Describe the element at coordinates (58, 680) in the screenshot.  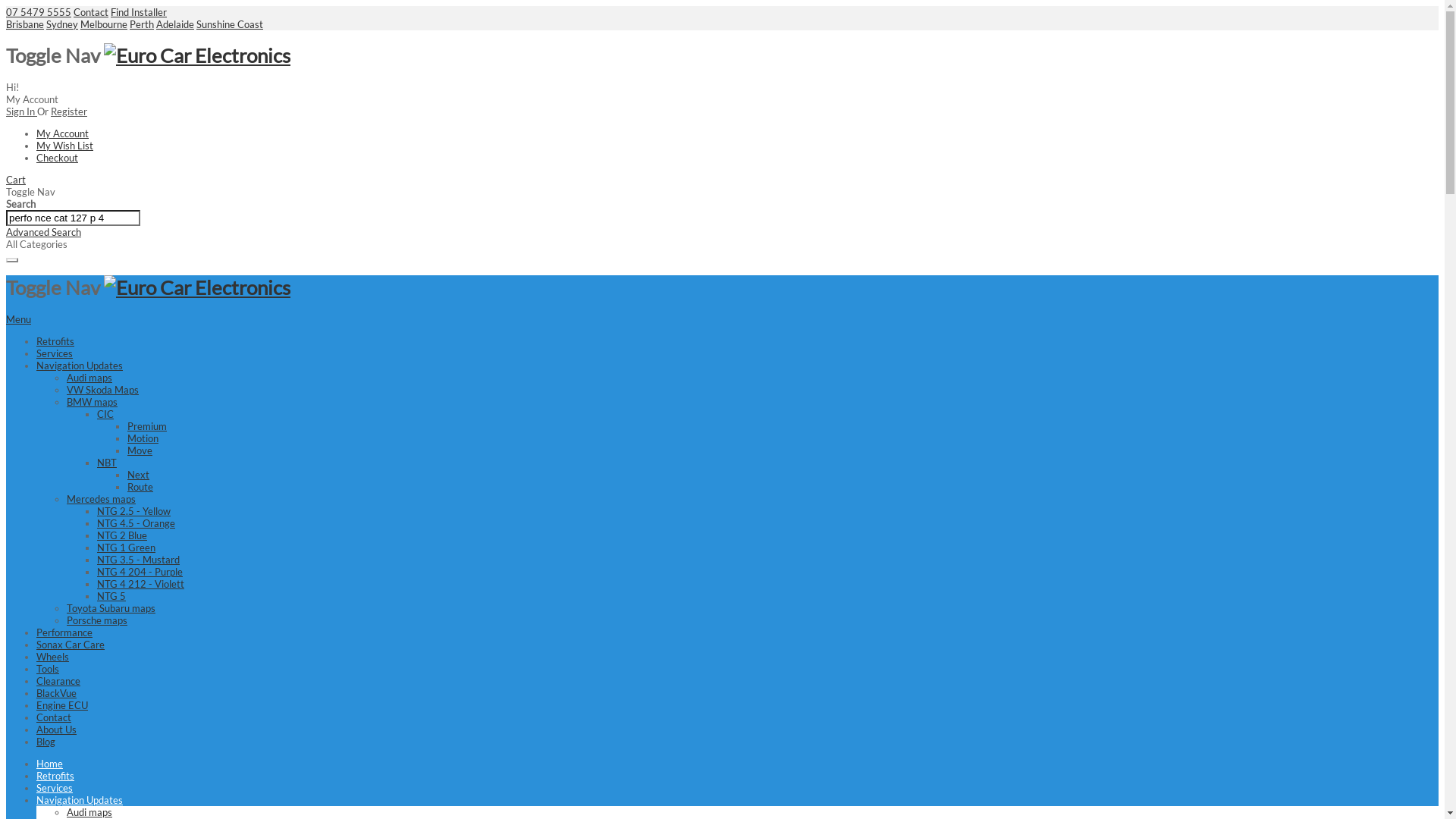
I see `'Clearance'` at that location.